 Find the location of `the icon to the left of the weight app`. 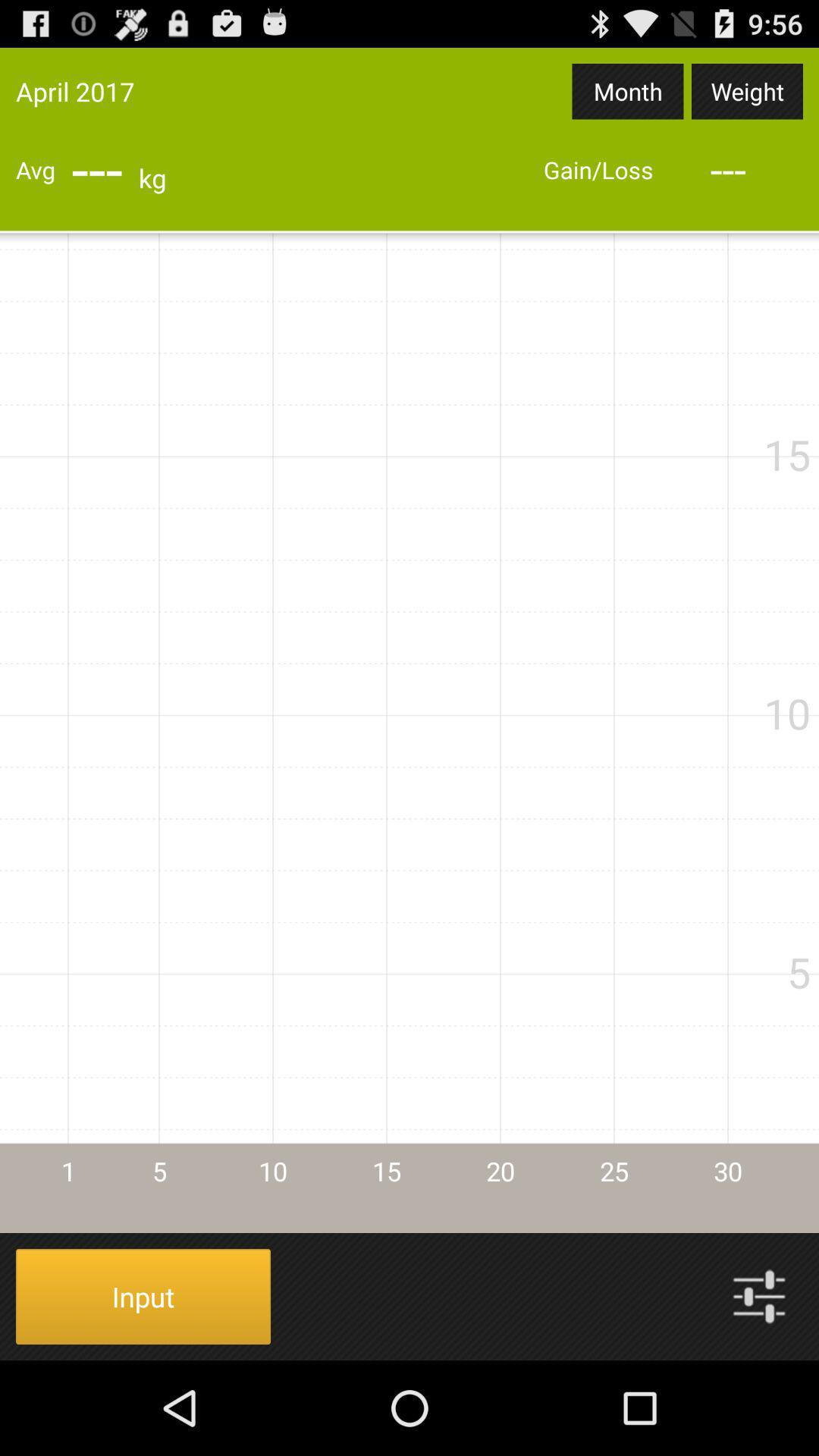

the icon to the left of the weight app is located at coordinates (628, 90).